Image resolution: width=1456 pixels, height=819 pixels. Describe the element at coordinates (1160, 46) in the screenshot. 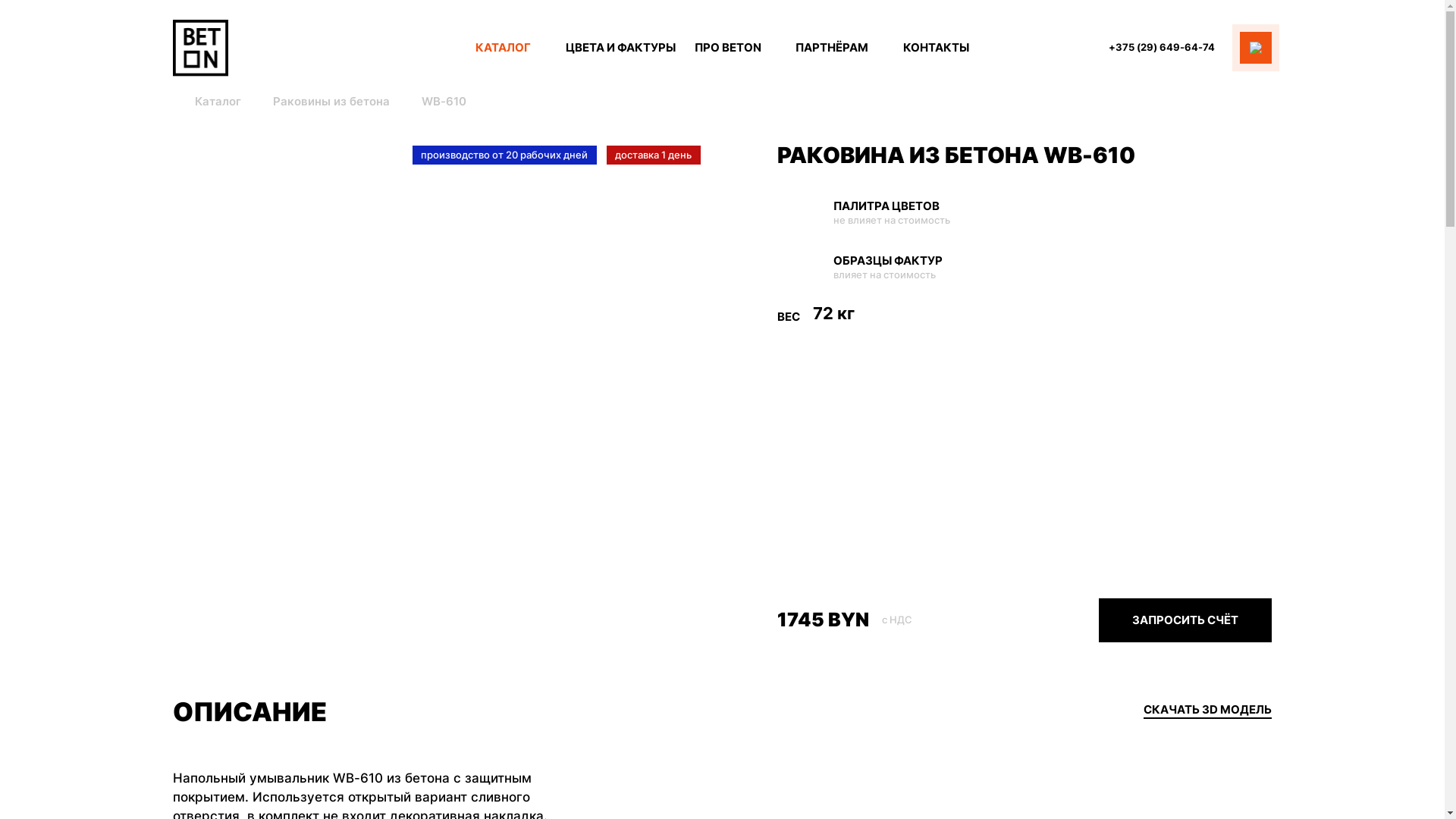

I see `'+375 (29) 649-64-74'` at that location.